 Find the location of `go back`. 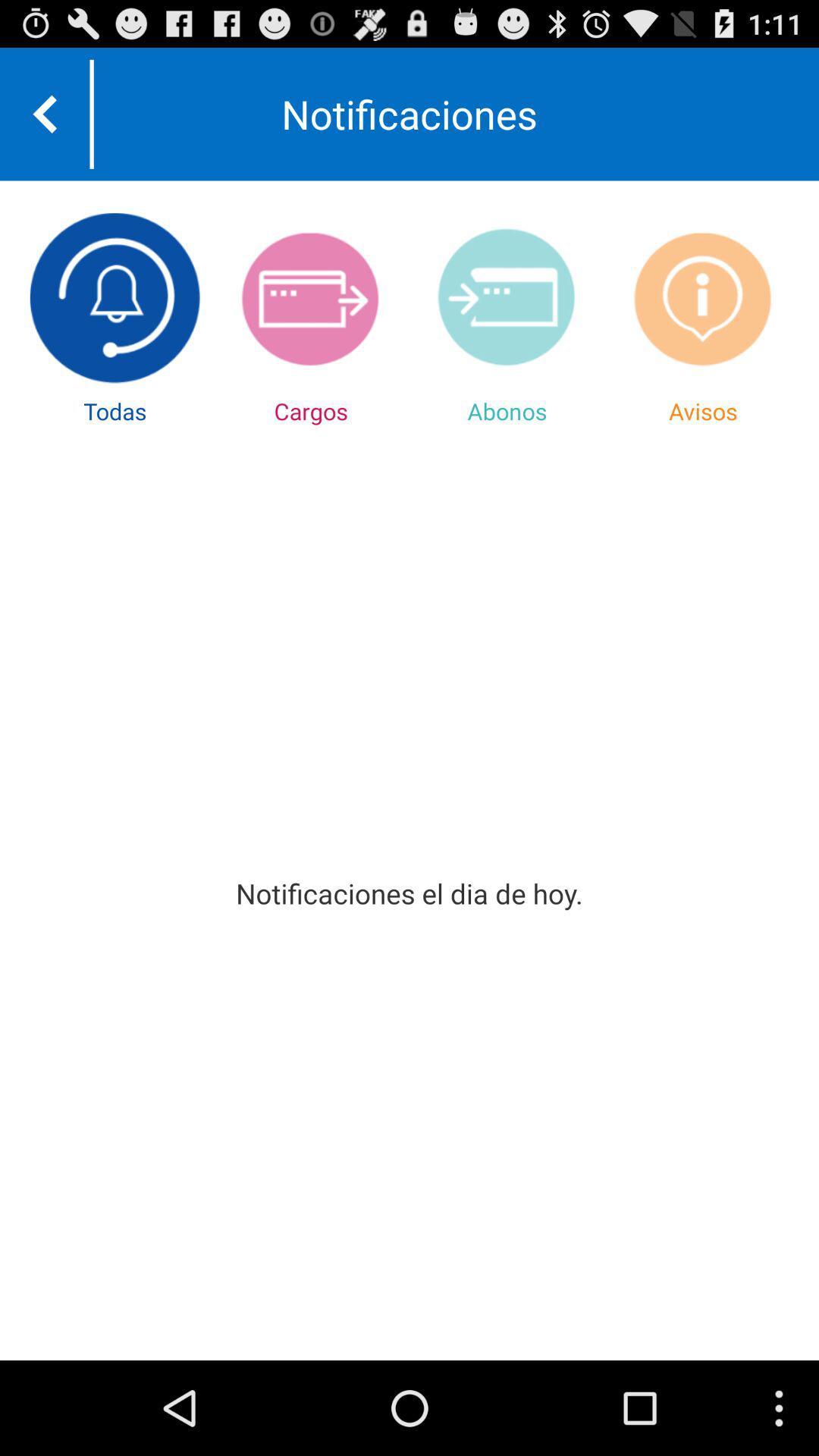

go back is located at coordinates (44, 113).